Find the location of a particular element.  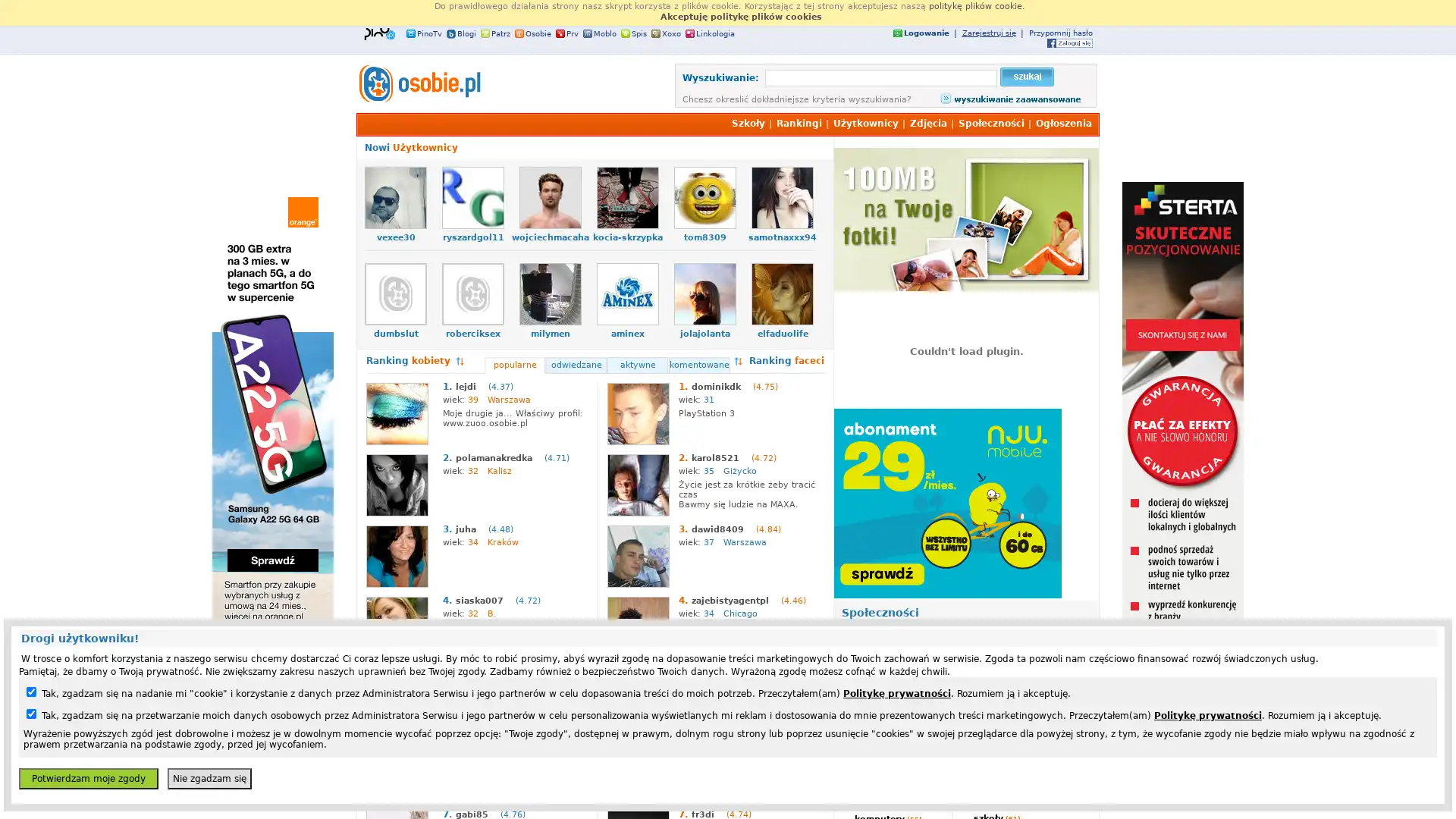

Nie zgadzam sie is located at coordinates (209, 778).